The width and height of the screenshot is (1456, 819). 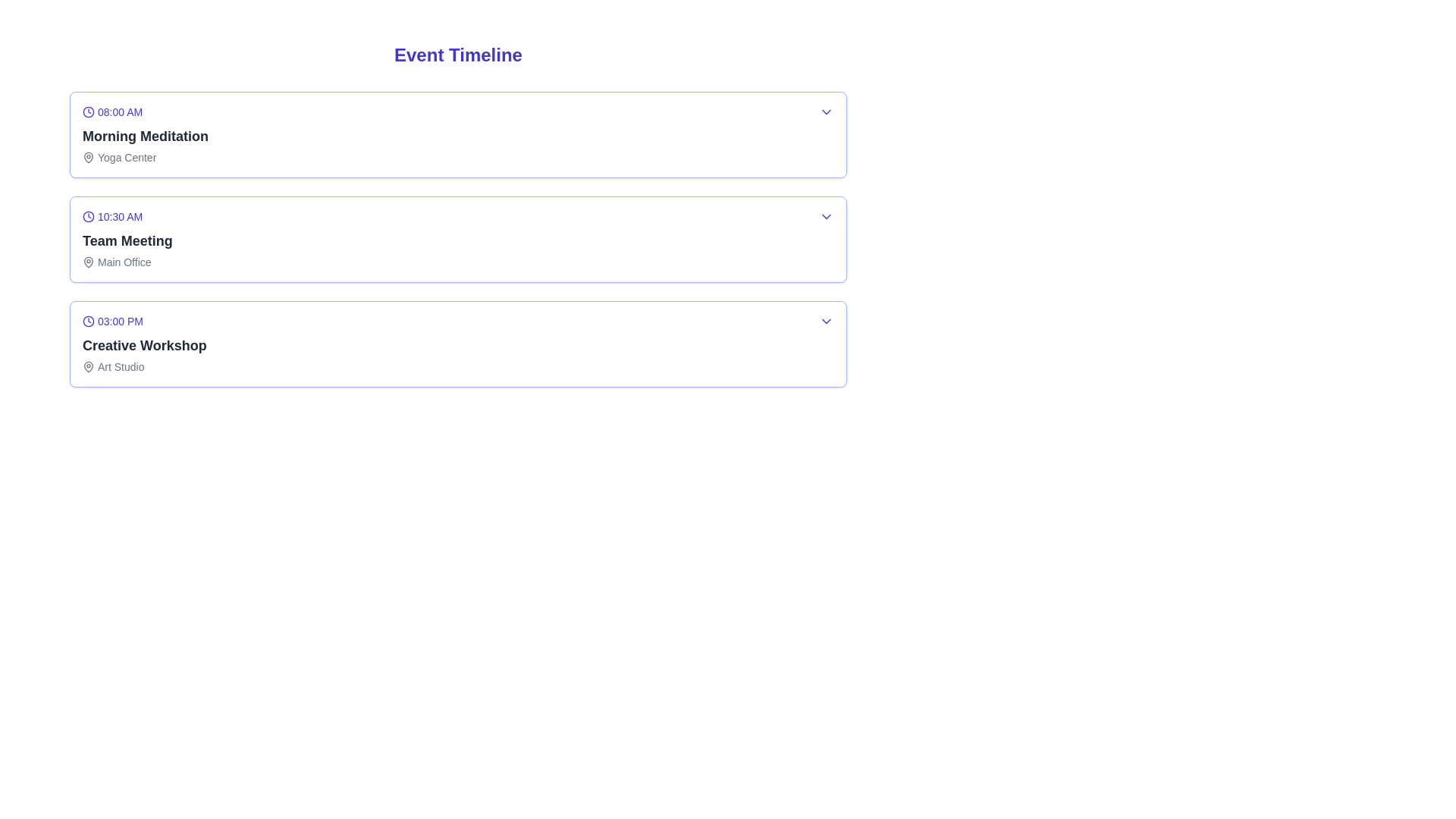 I want to click on the small gray map pin icon located to the left of the 'Yoga Center' text in the 'Morning Meditation' event card, so click(x=87, y=158).